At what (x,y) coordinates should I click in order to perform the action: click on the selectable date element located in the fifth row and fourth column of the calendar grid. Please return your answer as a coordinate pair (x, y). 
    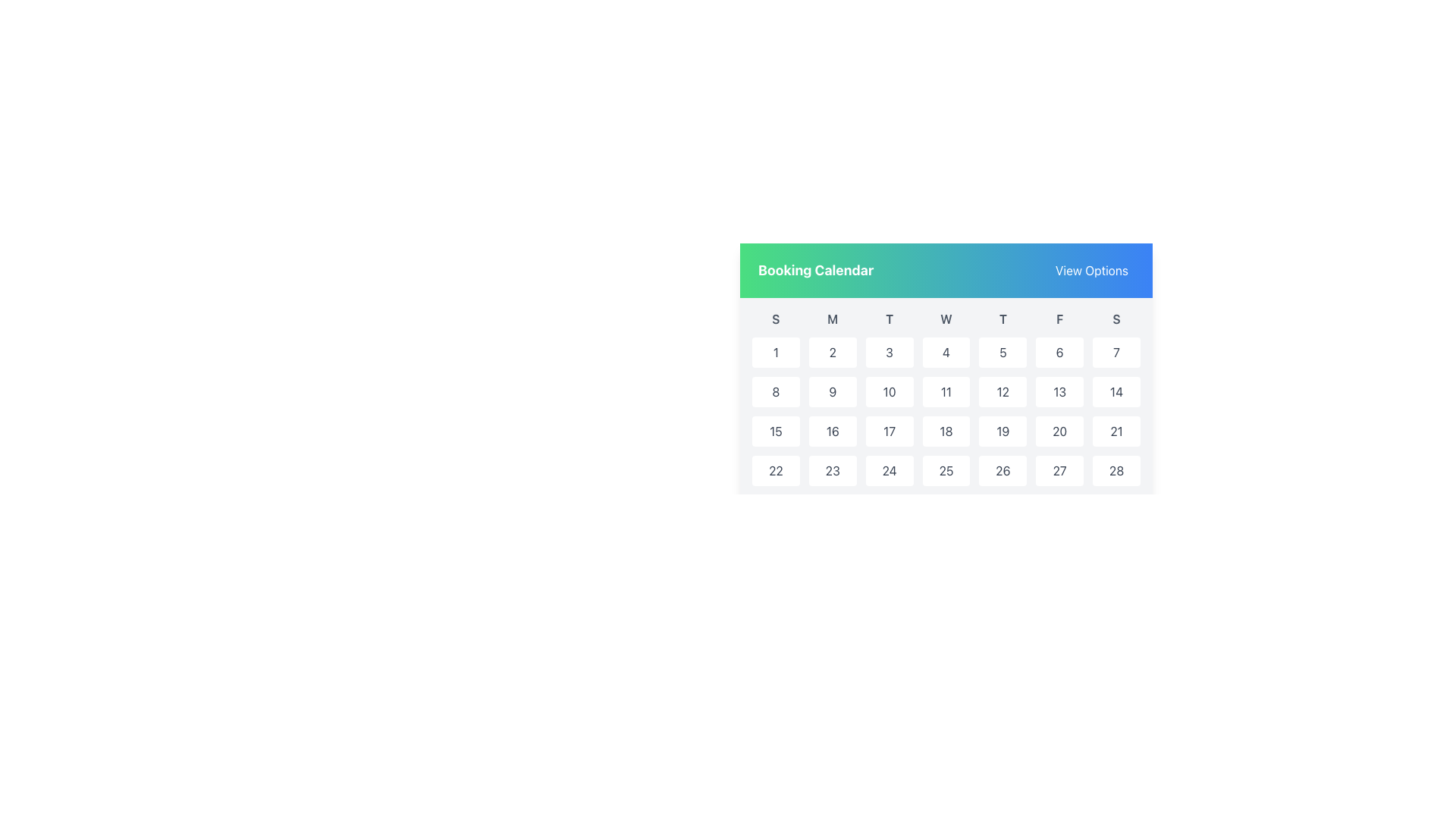
    Looking at the image, I should click on (1002, 431).